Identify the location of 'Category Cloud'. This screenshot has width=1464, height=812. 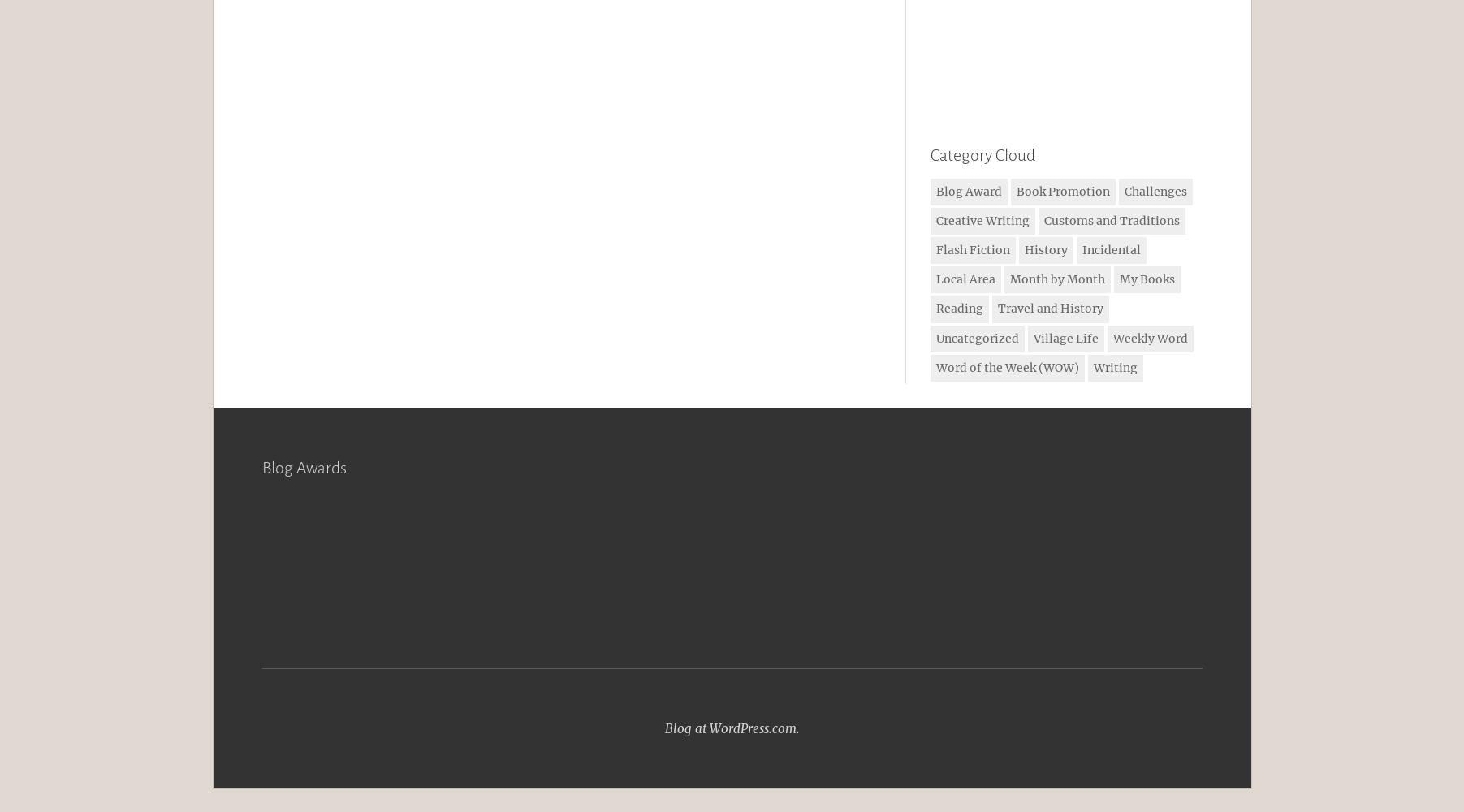
(981, 154).